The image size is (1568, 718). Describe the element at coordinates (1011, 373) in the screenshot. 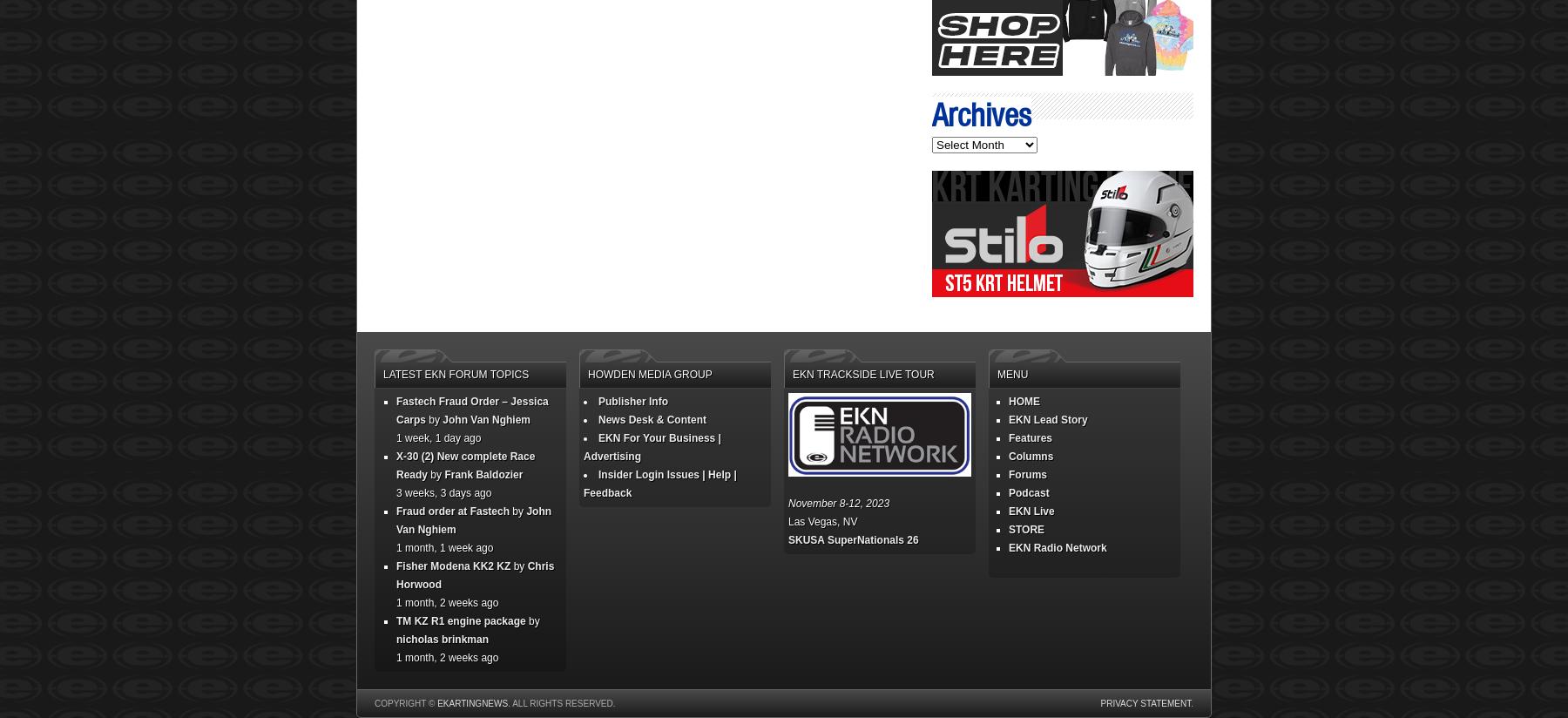

I see `'Menu'` at that location.